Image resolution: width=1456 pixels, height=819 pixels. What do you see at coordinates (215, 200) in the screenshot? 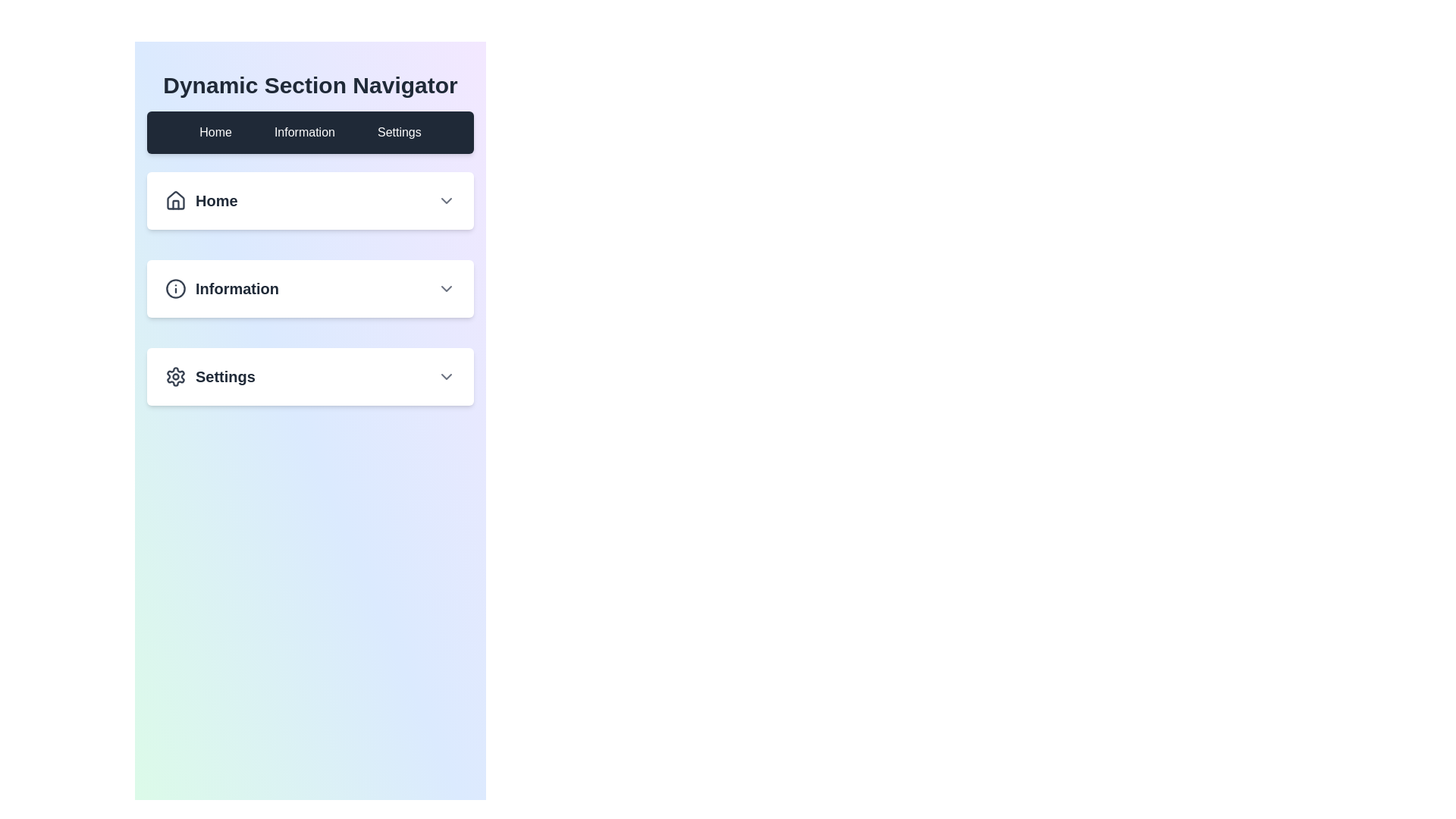
I see `the 'Home' text label, which is bold and dark gray, located in the navigation panel` at bounding box center [215, 200].